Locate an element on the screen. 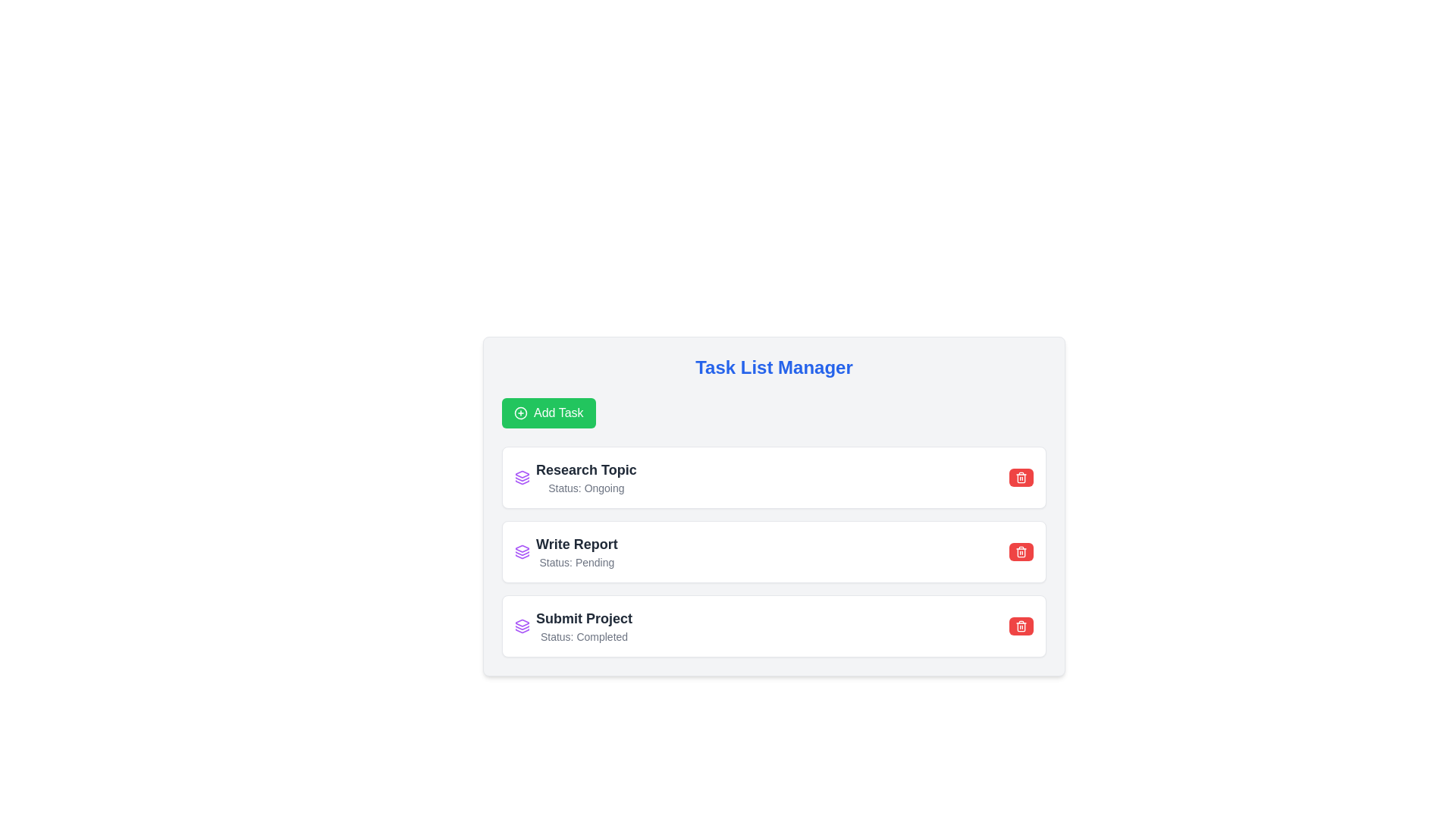 This screenshot has height=819, width=1456. the icon with a purple outline and rounded edges, located to the left of the 'Submit Project' and 'Status: Completed' labels, within the third card in the task list is located at coordinates (522, 626).